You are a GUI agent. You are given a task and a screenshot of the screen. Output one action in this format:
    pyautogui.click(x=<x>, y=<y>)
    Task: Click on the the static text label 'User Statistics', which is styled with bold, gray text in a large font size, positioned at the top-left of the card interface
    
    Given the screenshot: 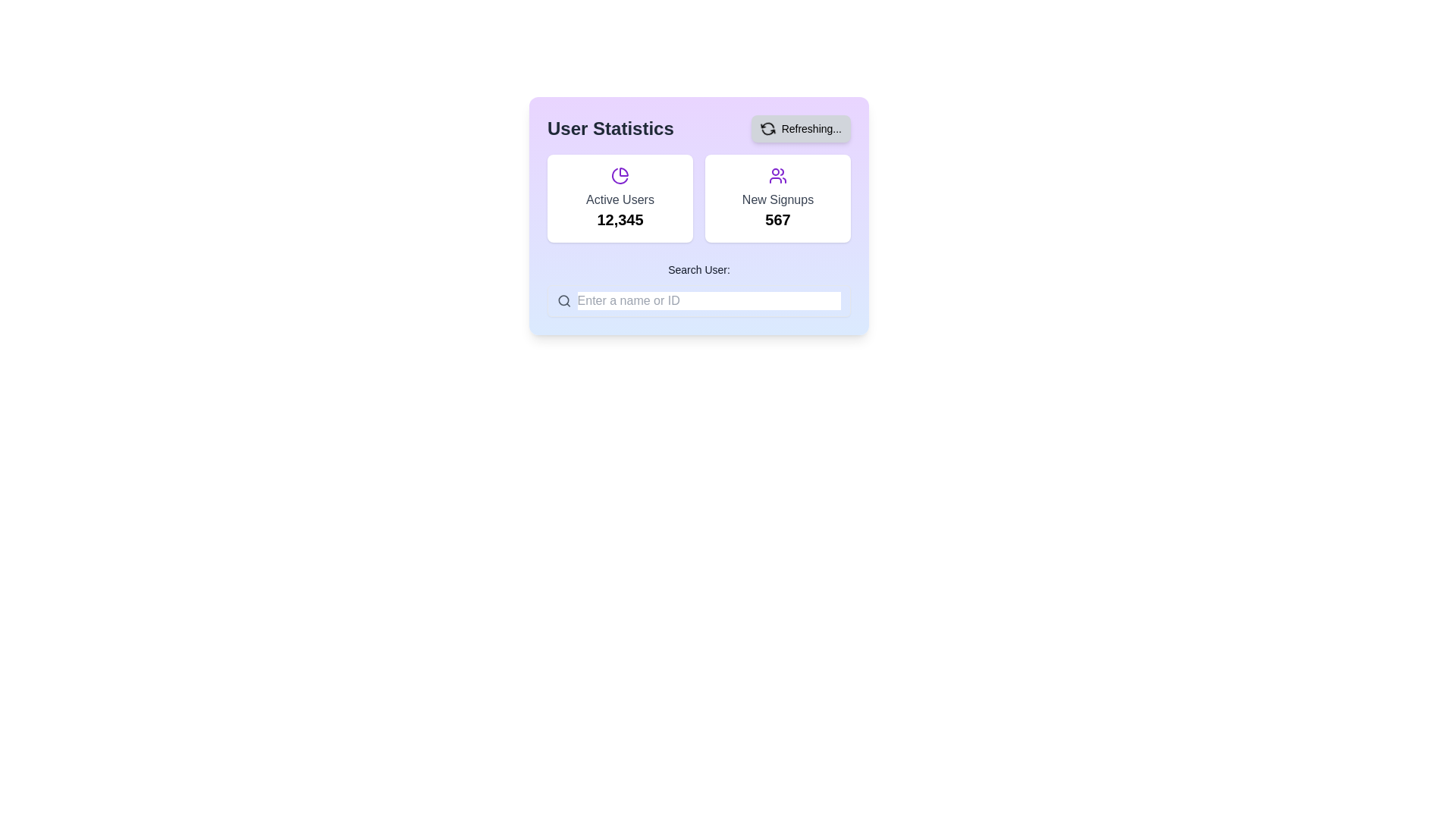 What is the action you would take?
    pyautogui.click(x=610, y=127)
    